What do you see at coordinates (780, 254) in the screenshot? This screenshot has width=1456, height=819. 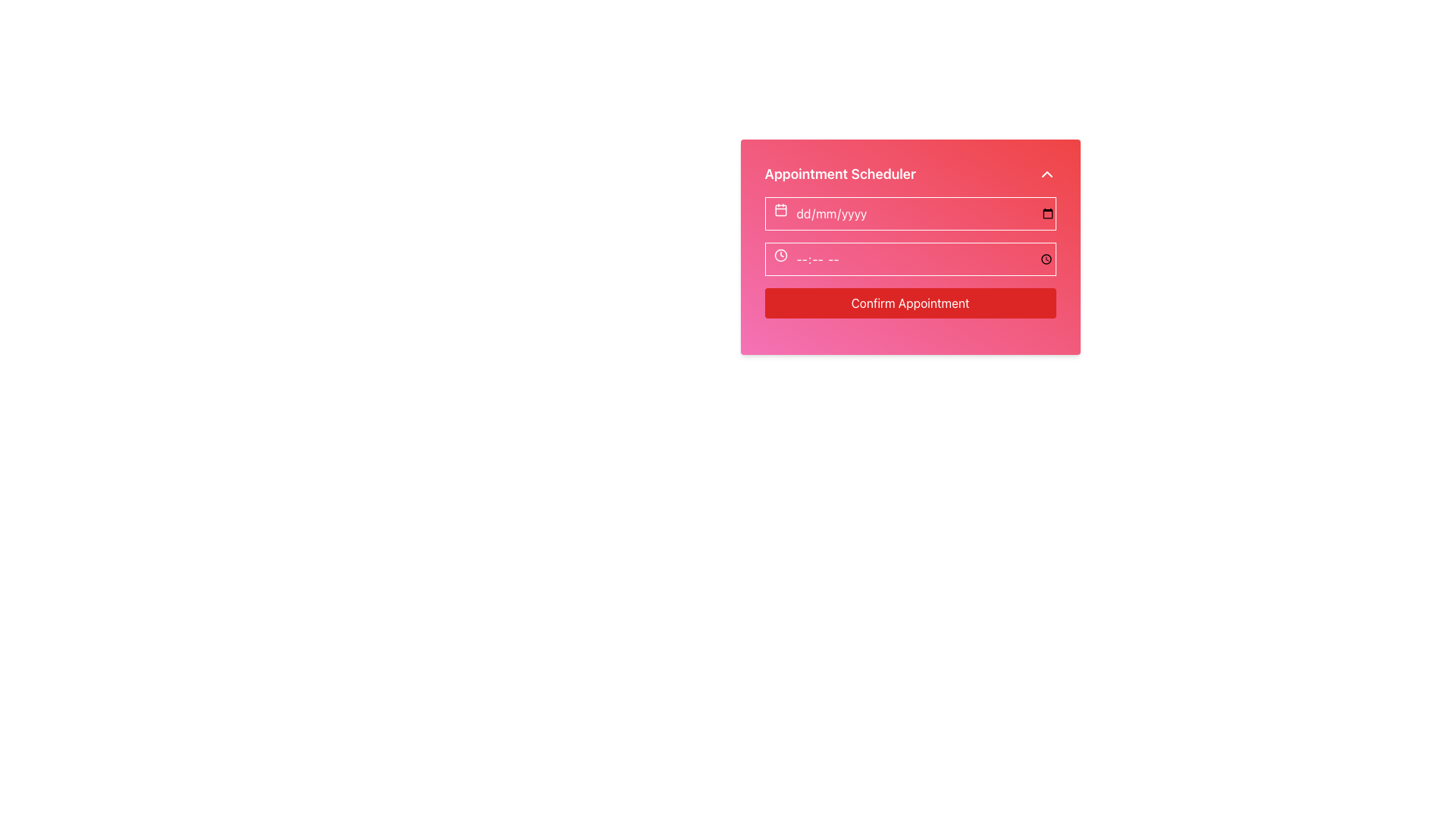 I see `the time input icon located on the left side of the time input field, which serves as a visual cue for users to enter or select a time` at bounding box center [780, 254].